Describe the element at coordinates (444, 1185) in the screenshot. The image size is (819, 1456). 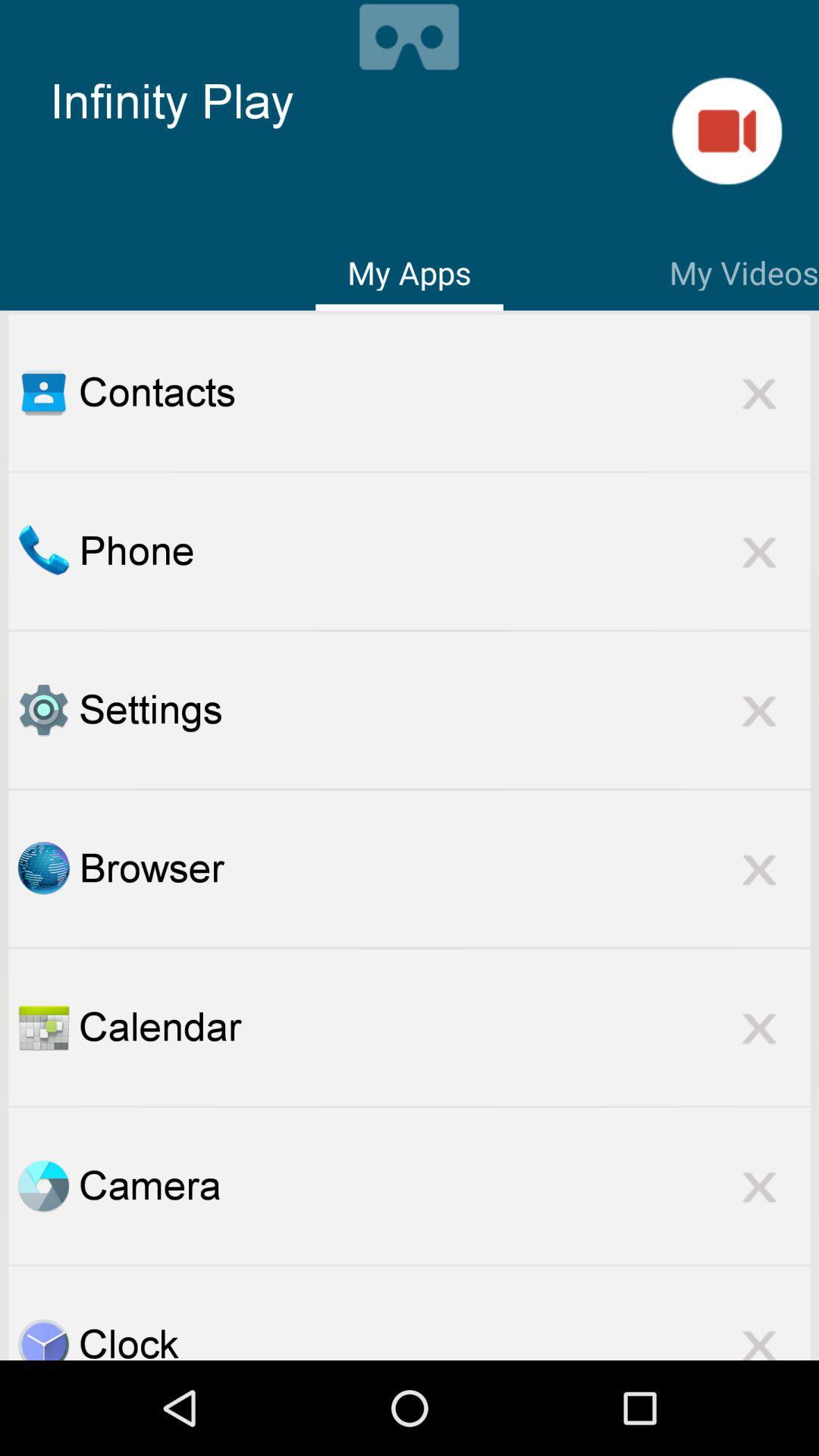
I see `the camera` at that location.